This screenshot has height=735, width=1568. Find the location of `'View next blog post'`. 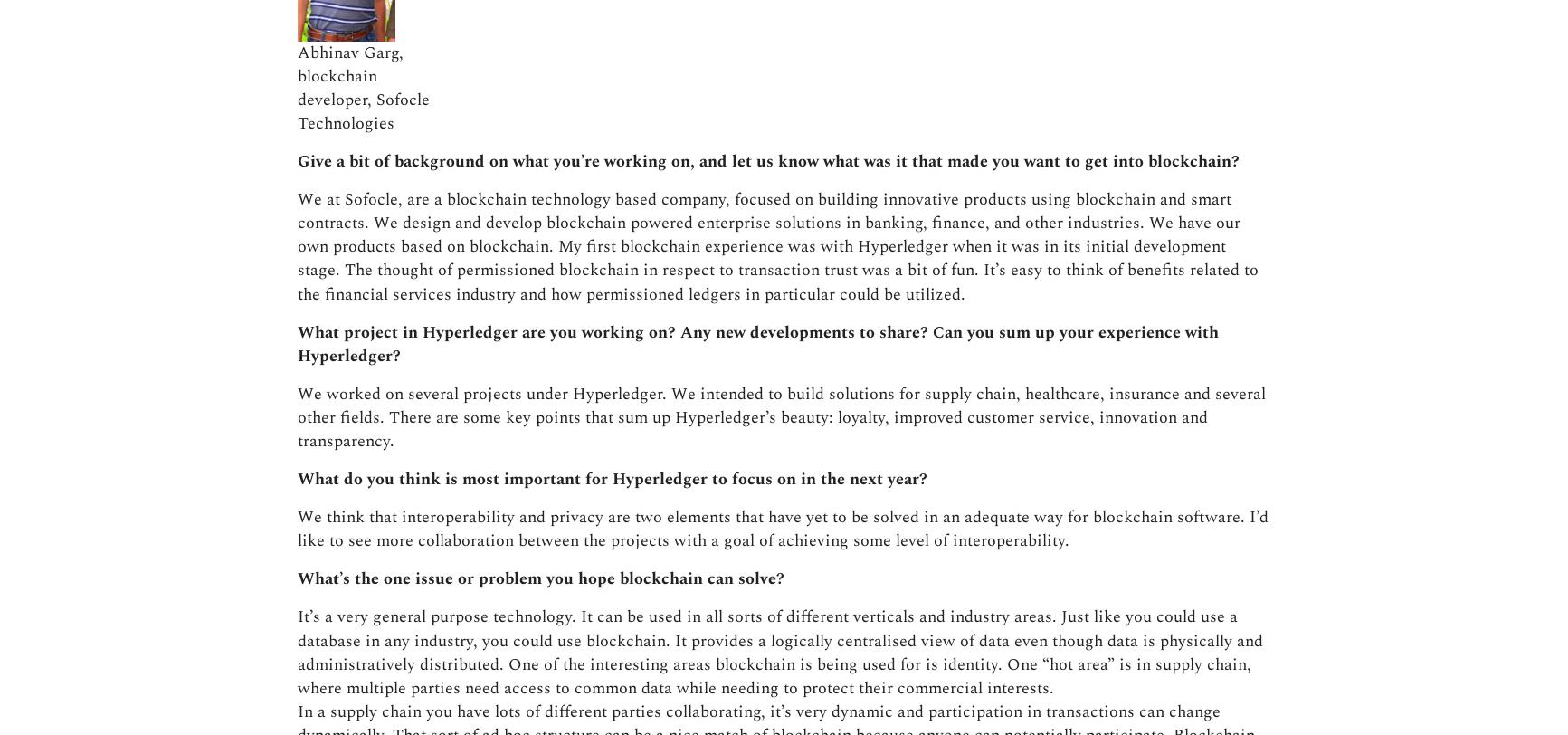

'View next blog post' is located at coordinates (982, 493).